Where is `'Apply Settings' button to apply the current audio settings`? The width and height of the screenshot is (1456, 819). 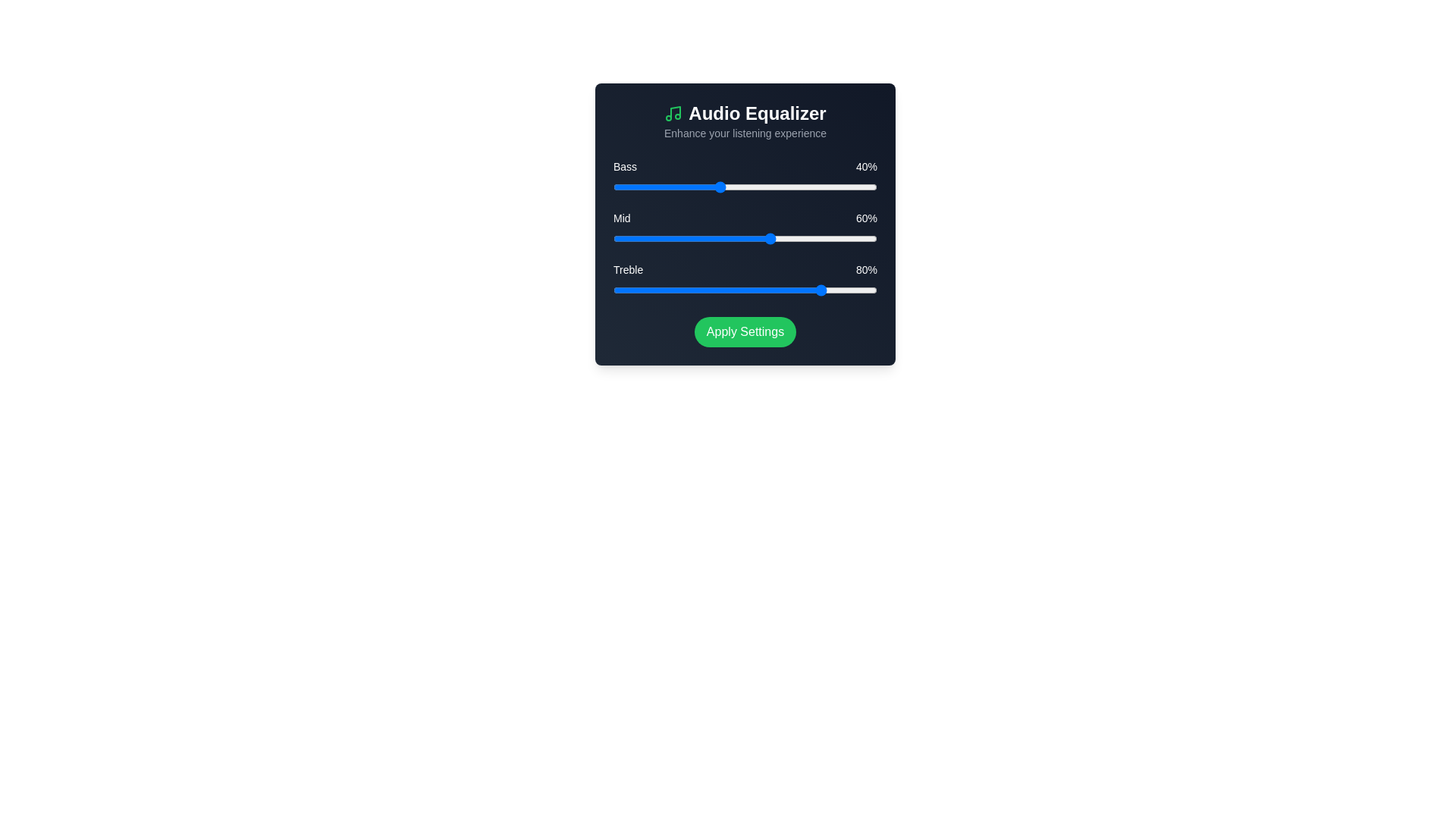 'Apply Settings' button to apply the current audio settings is located at coordinates (745, 331).